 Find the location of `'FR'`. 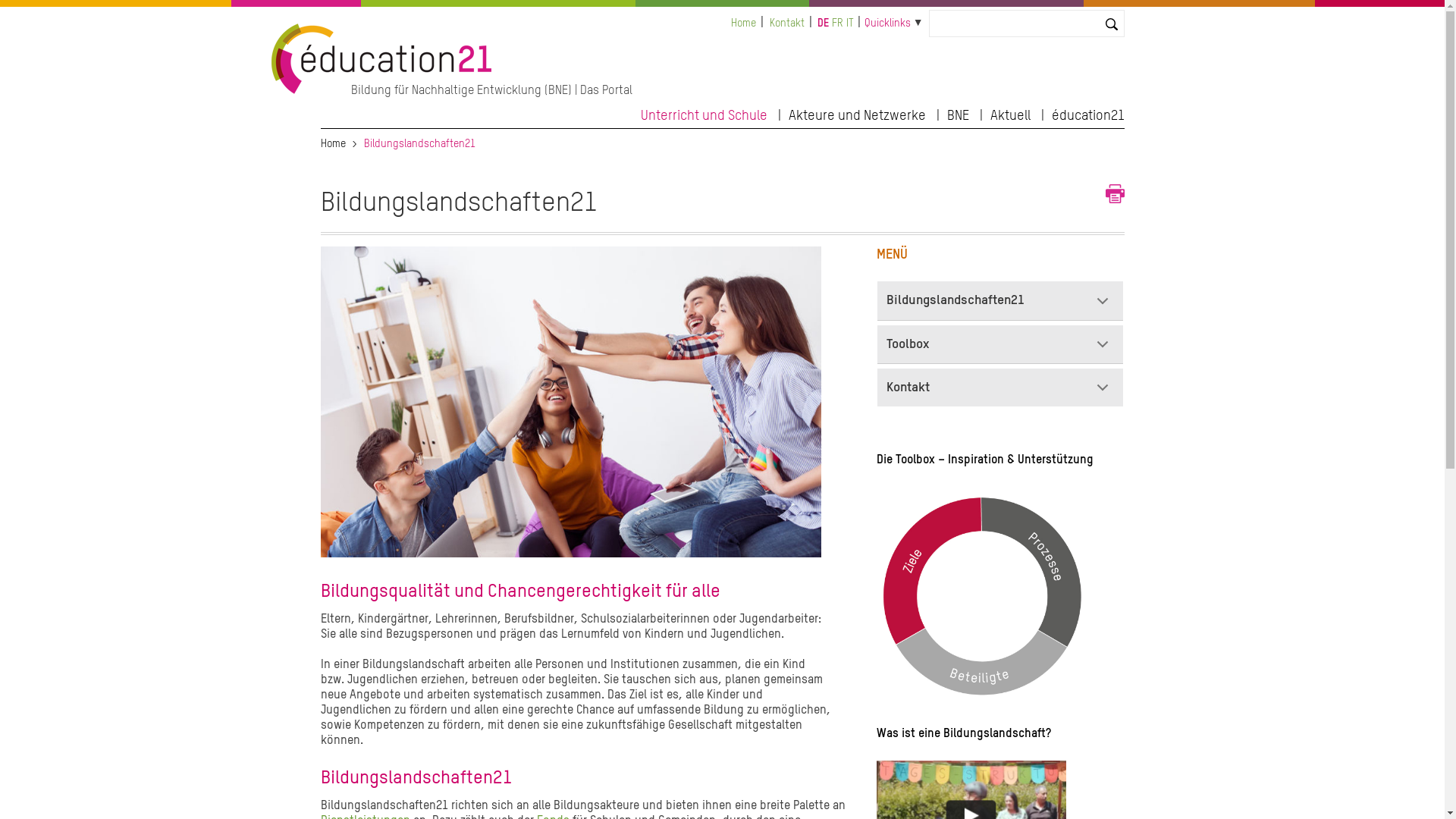

'FR' is located at coordinates (836, 23).